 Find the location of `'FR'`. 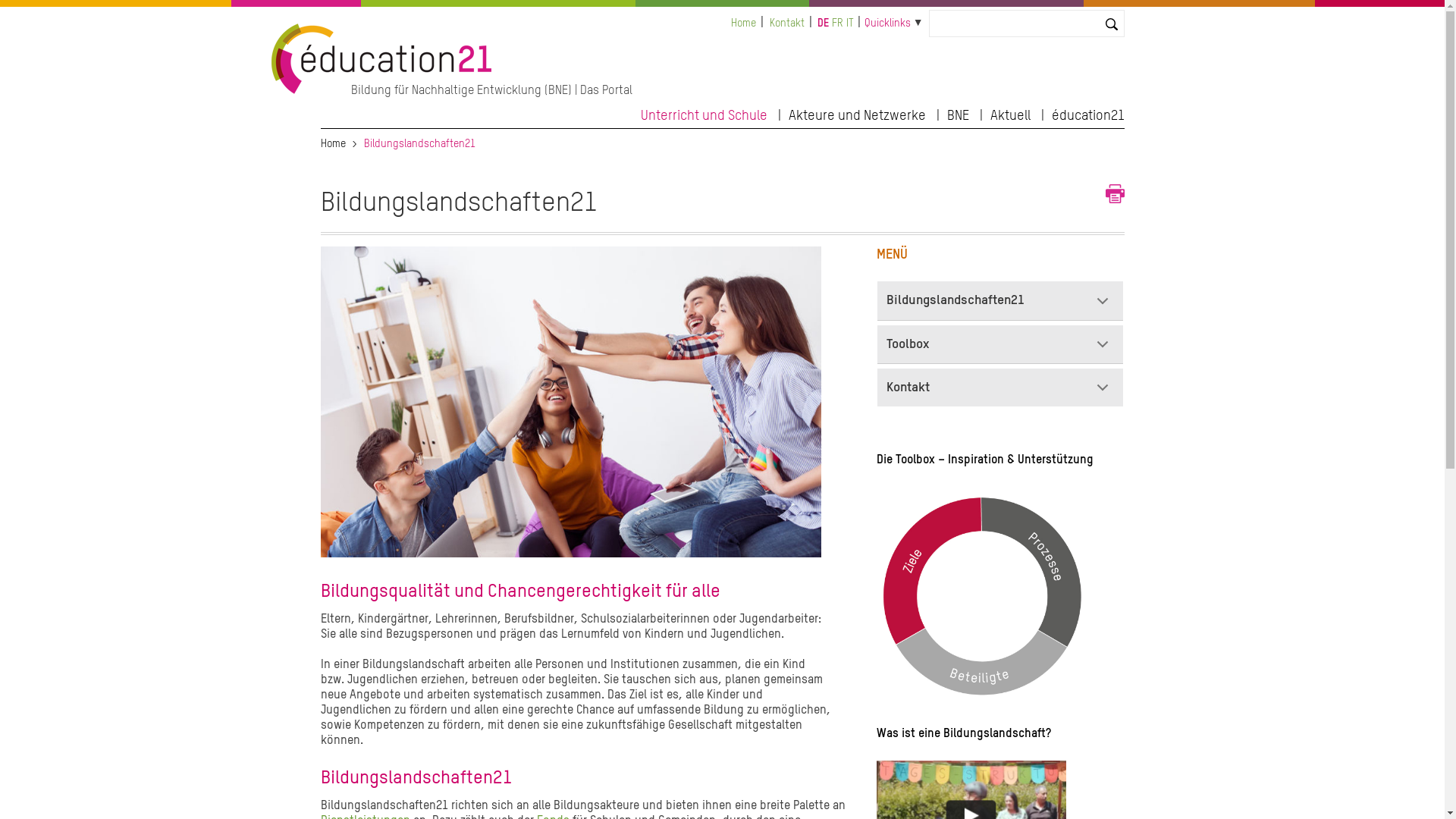

'FR' is located at coordinates (836, 23).